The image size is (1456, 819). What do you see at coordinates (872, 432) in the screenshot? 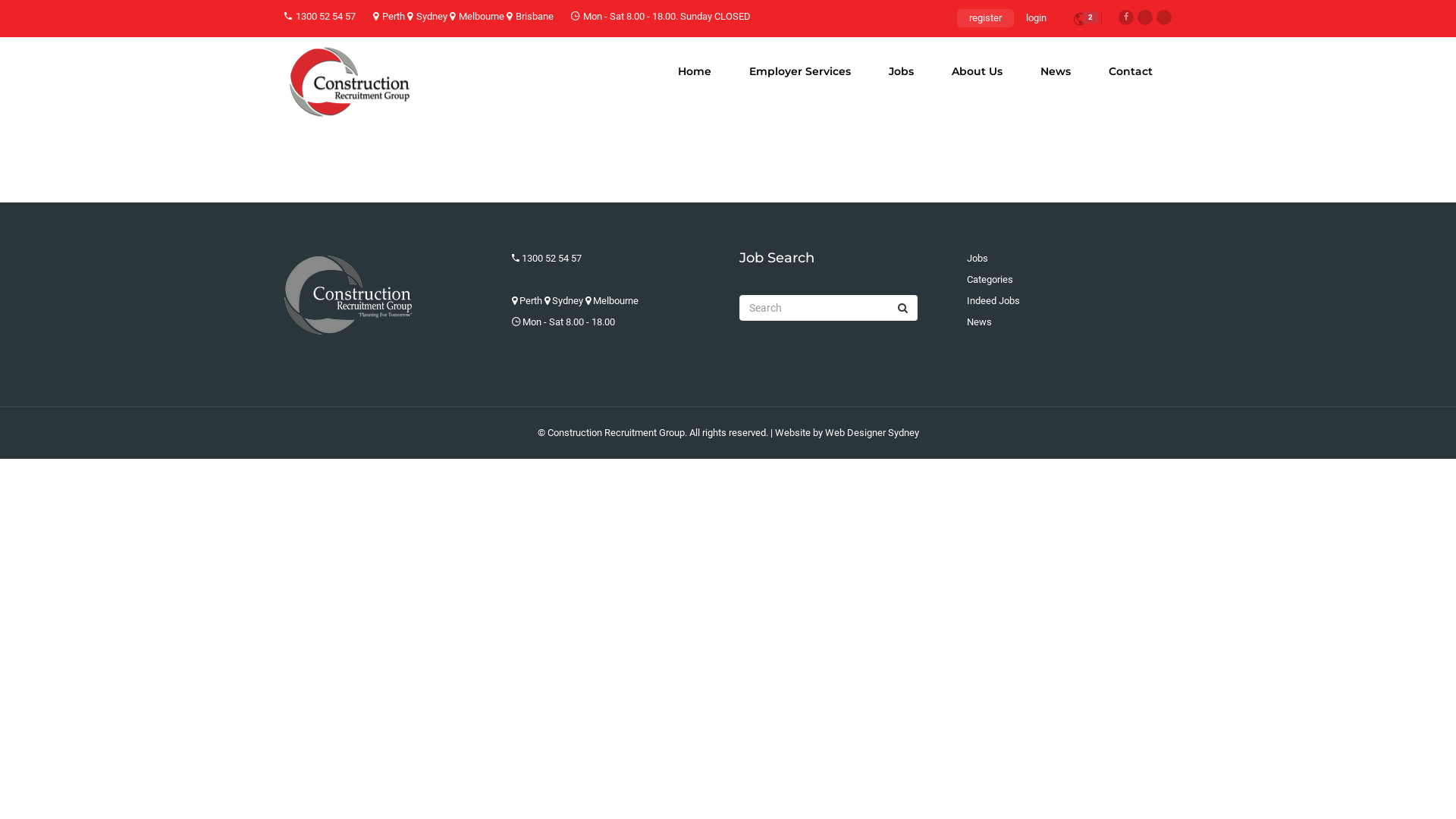
I see `'Web Designer Sydney'` at bounding box center [872, 432].